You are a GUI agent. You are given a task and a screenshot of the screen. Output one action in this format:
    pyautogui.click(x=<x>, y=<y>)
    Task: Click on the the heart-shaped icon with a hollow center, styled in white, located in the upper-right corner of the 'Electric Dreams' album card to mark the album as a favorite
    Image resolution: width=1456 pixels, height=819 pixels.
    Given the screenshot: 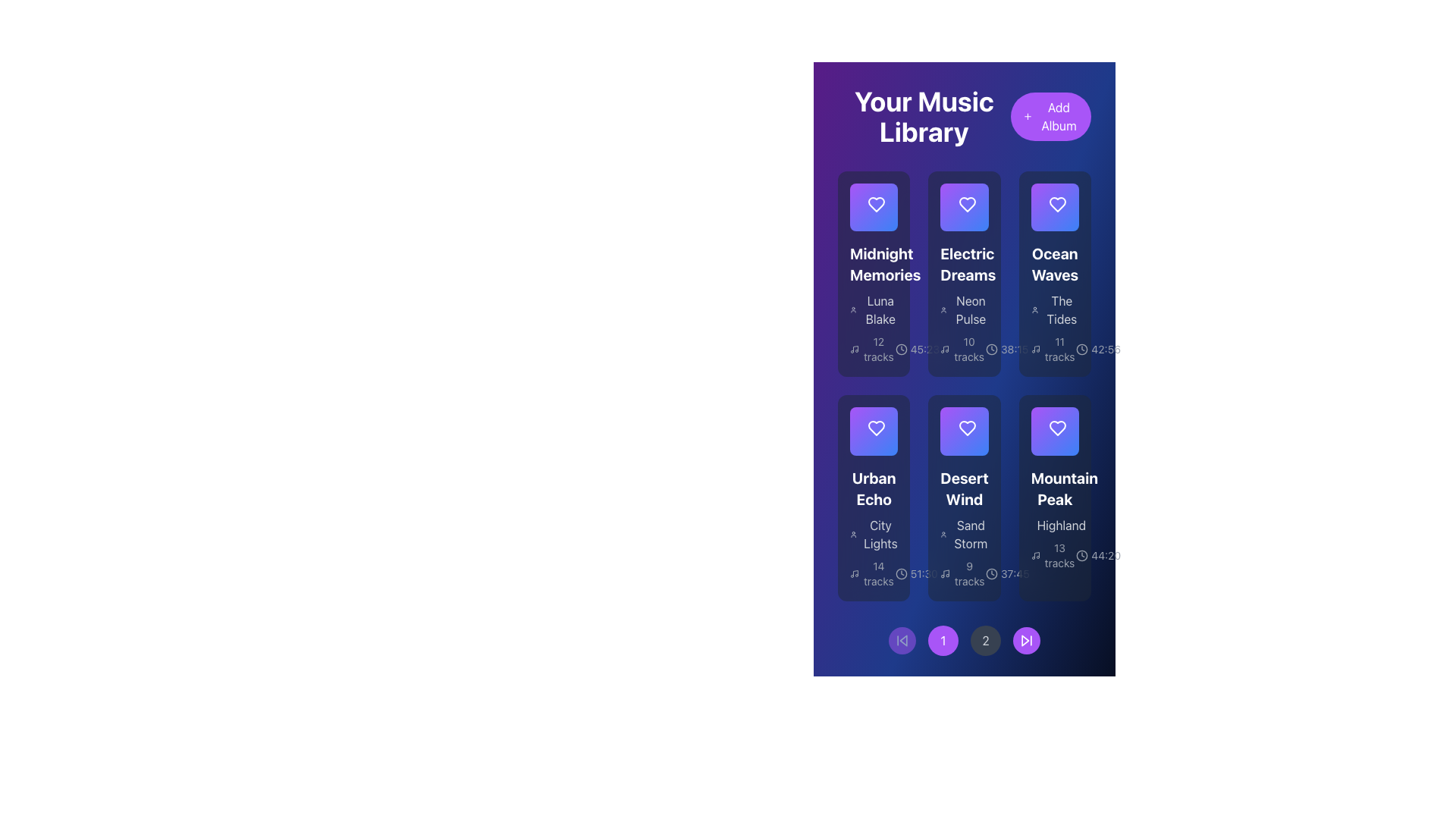 What is the action you would take?
    pyautogui.click(x=966, y=207)
    